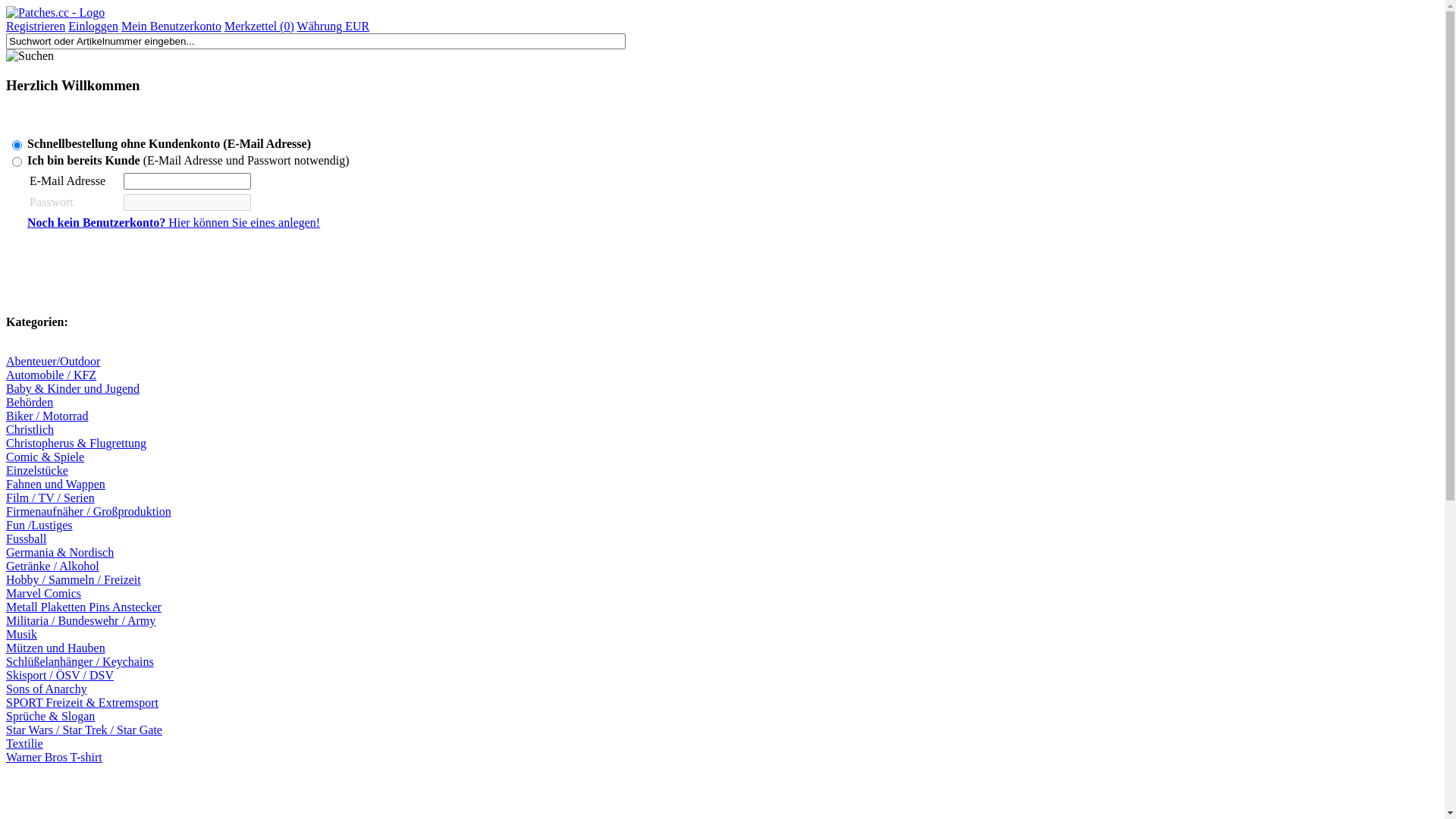 The height and width of the screenshot is (819, 1456). What do you see at coordinates (54, 757) in the screenshot?
I see `'Warner Bros T-shirt'` at bounding box center [54, 757].